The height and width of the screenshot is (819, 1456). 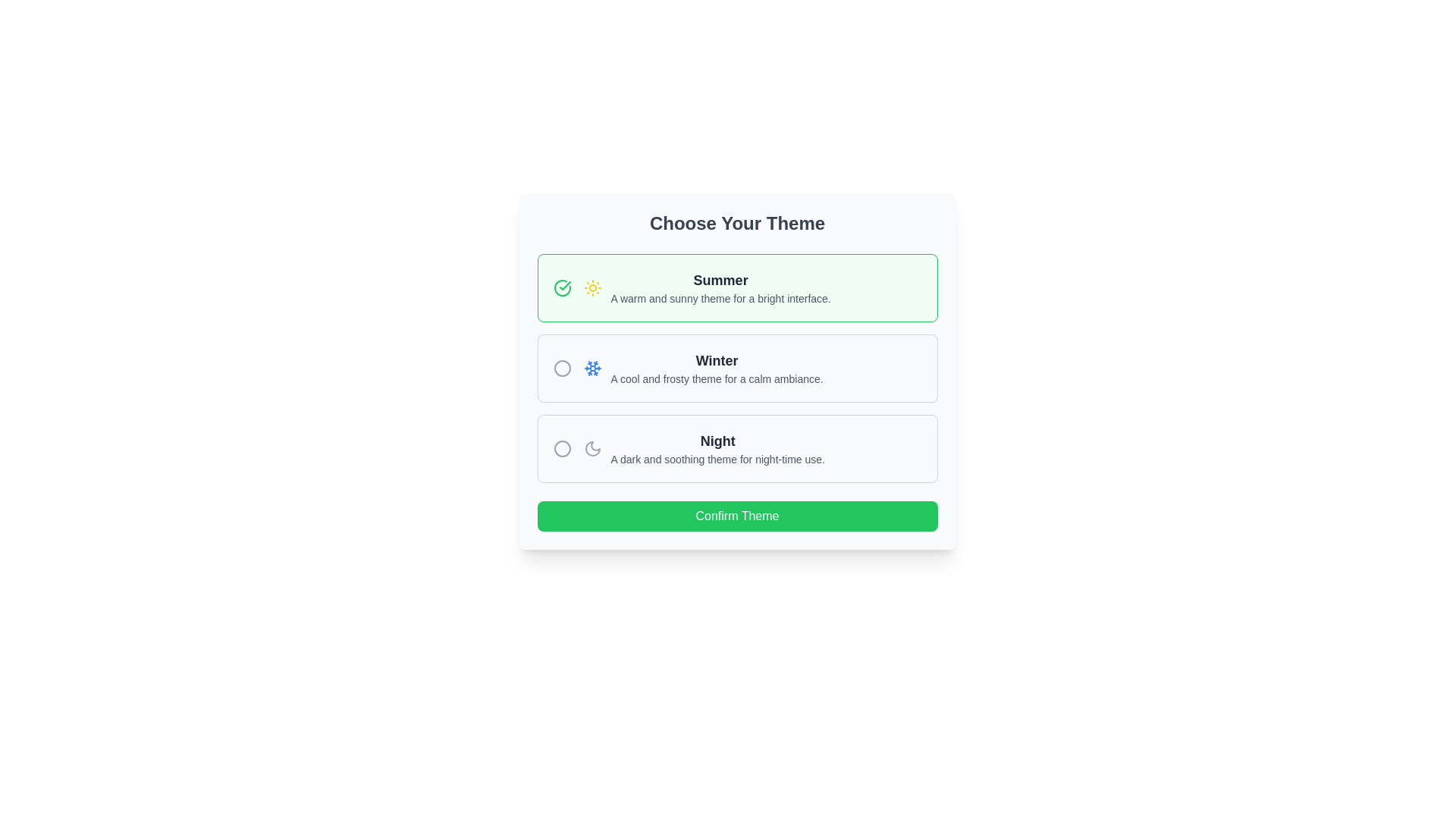 I want to click on text block titled 'Summer' which describes a warm and sunny theme for a bright interface, so click(x=706, y=288).